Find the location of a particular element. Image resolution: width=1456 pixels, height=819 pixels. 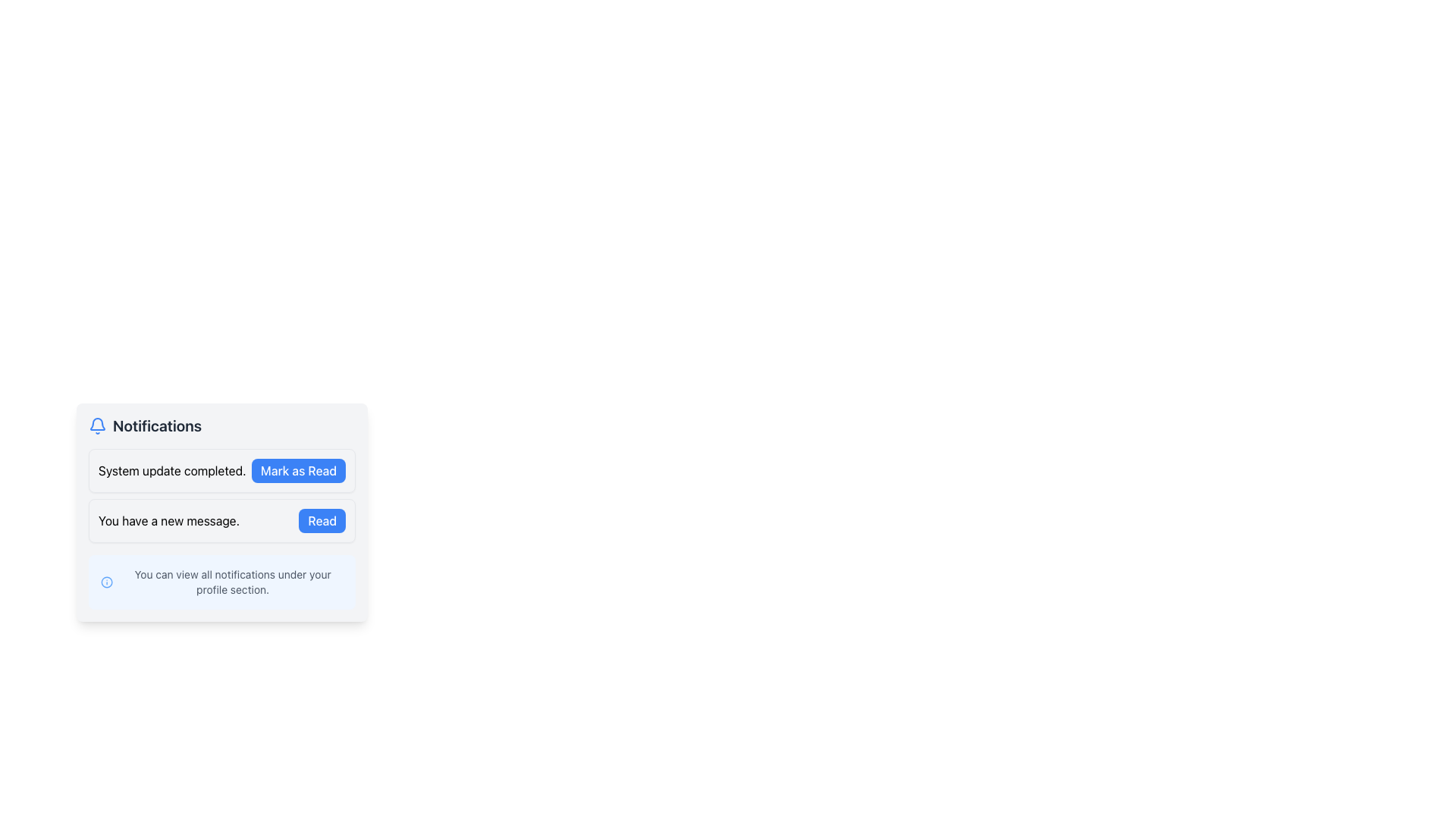

the 'Notifications' text label element, which is styled in bold and large font, located to the right of a bell icon at the top-left corner of the notification panel is located at coordinates (157, 426).